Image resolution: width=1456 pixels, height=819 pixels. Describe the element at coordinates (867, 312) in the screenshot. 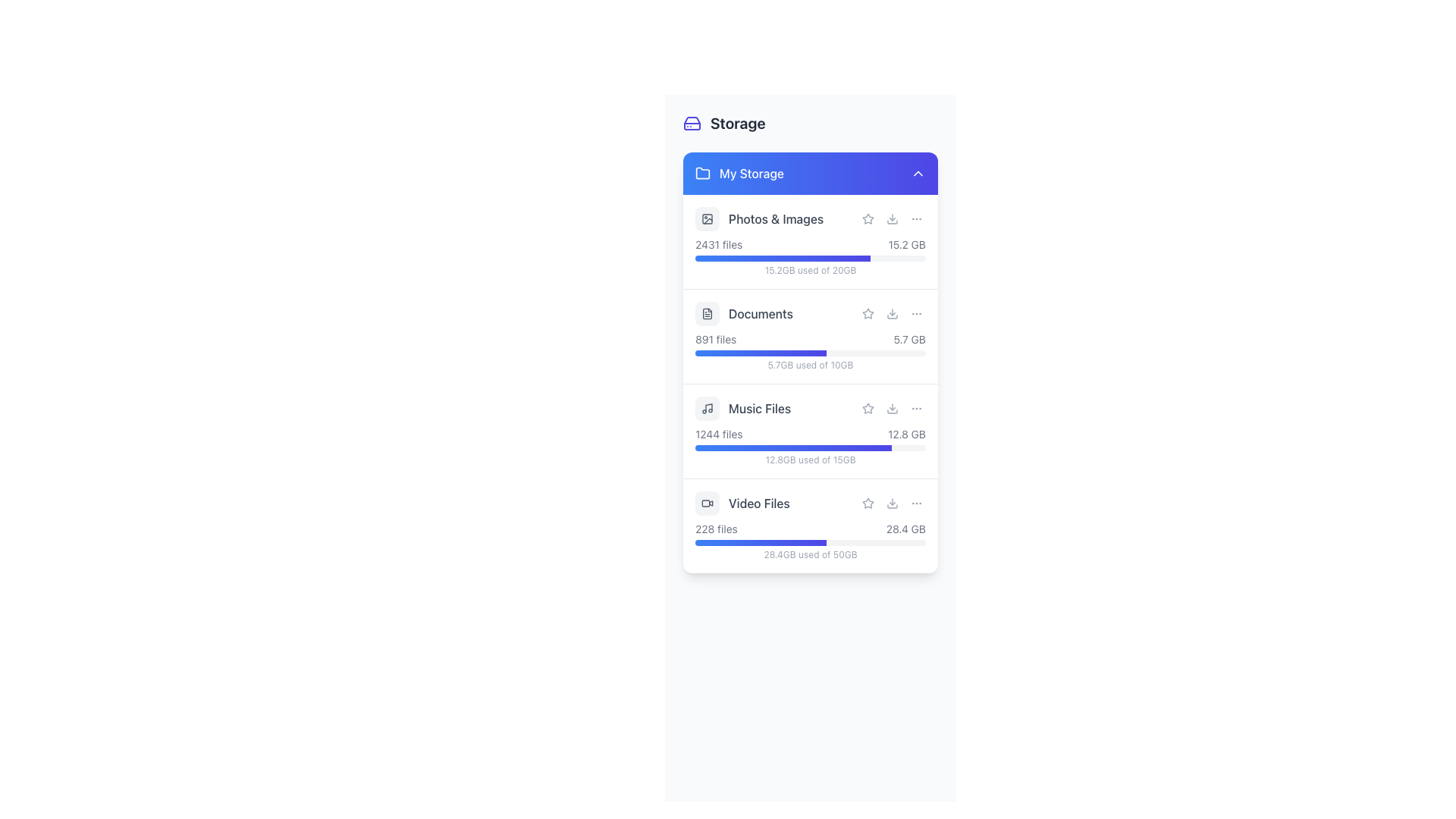

I see `the star icon in the 'Documents' row of the 'My Storage' folder view to star or unstar the item for quick reference` at that location.